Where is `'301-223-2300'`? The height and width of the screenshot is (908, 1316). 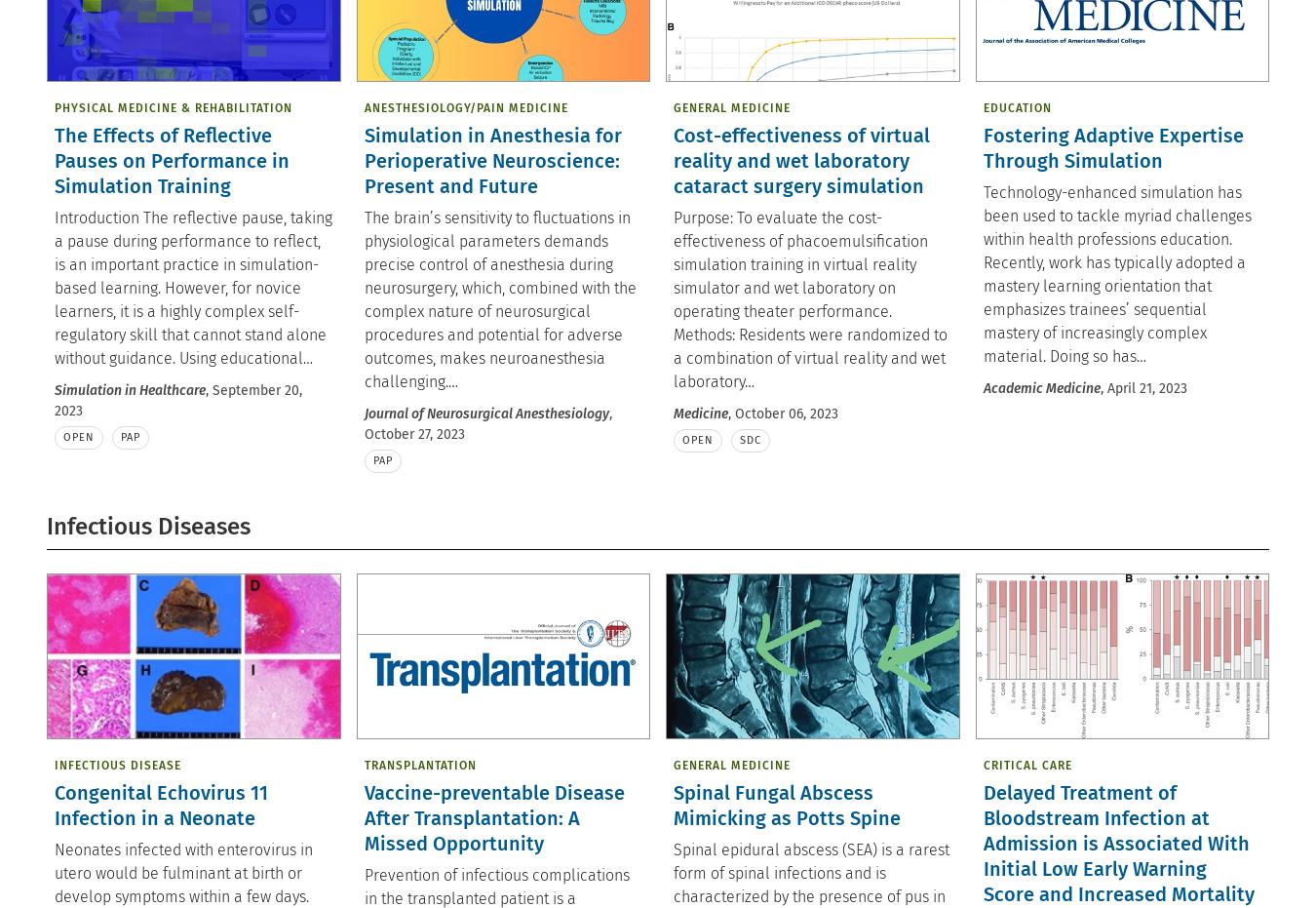
'301-223-2300' is located at coordinates (1133, 81).